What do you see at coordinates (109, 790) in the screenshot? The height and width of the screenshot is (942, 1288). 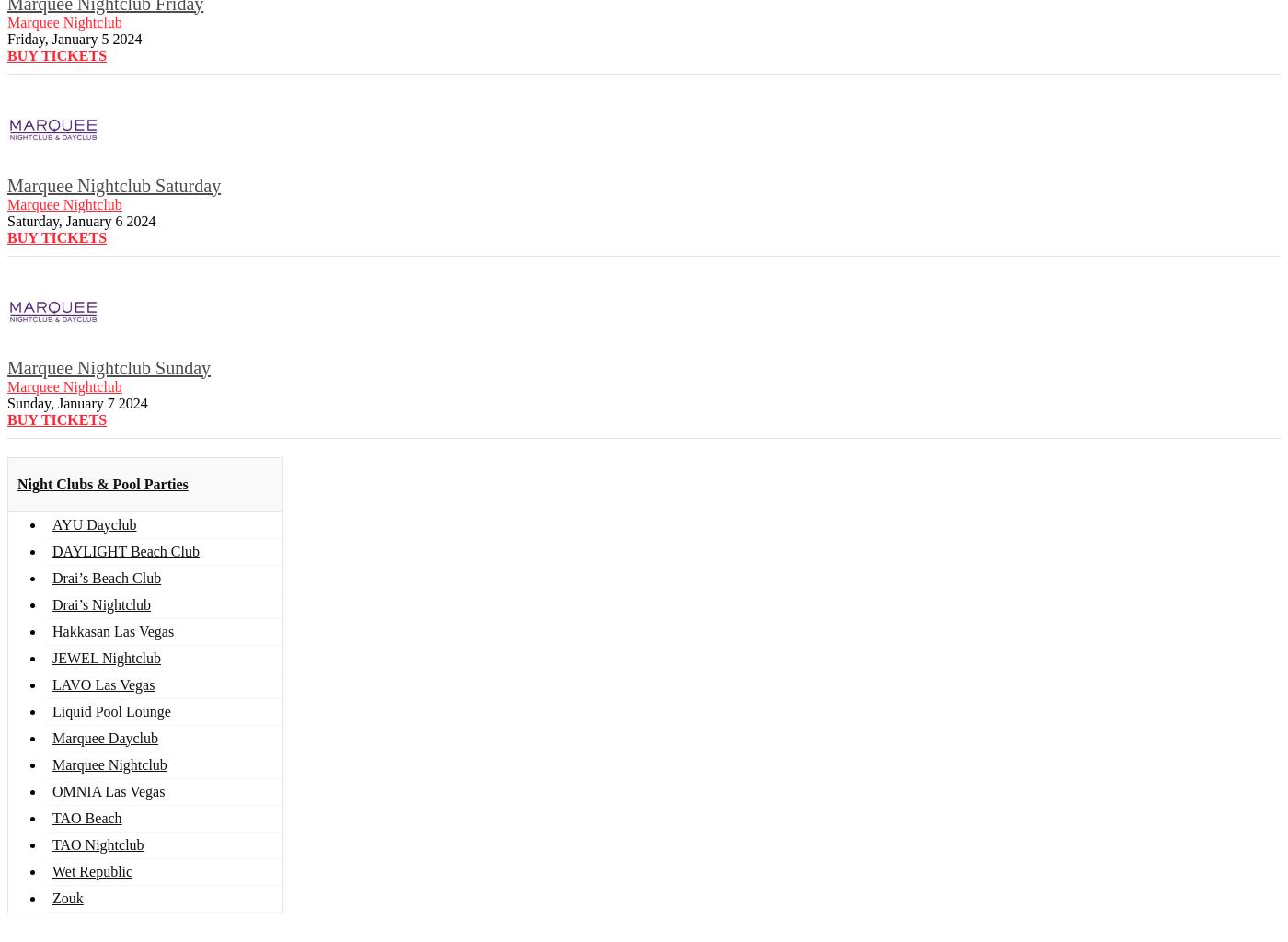 I see `'OMNIA Las Vegas'` at bounding box center [109, 790].